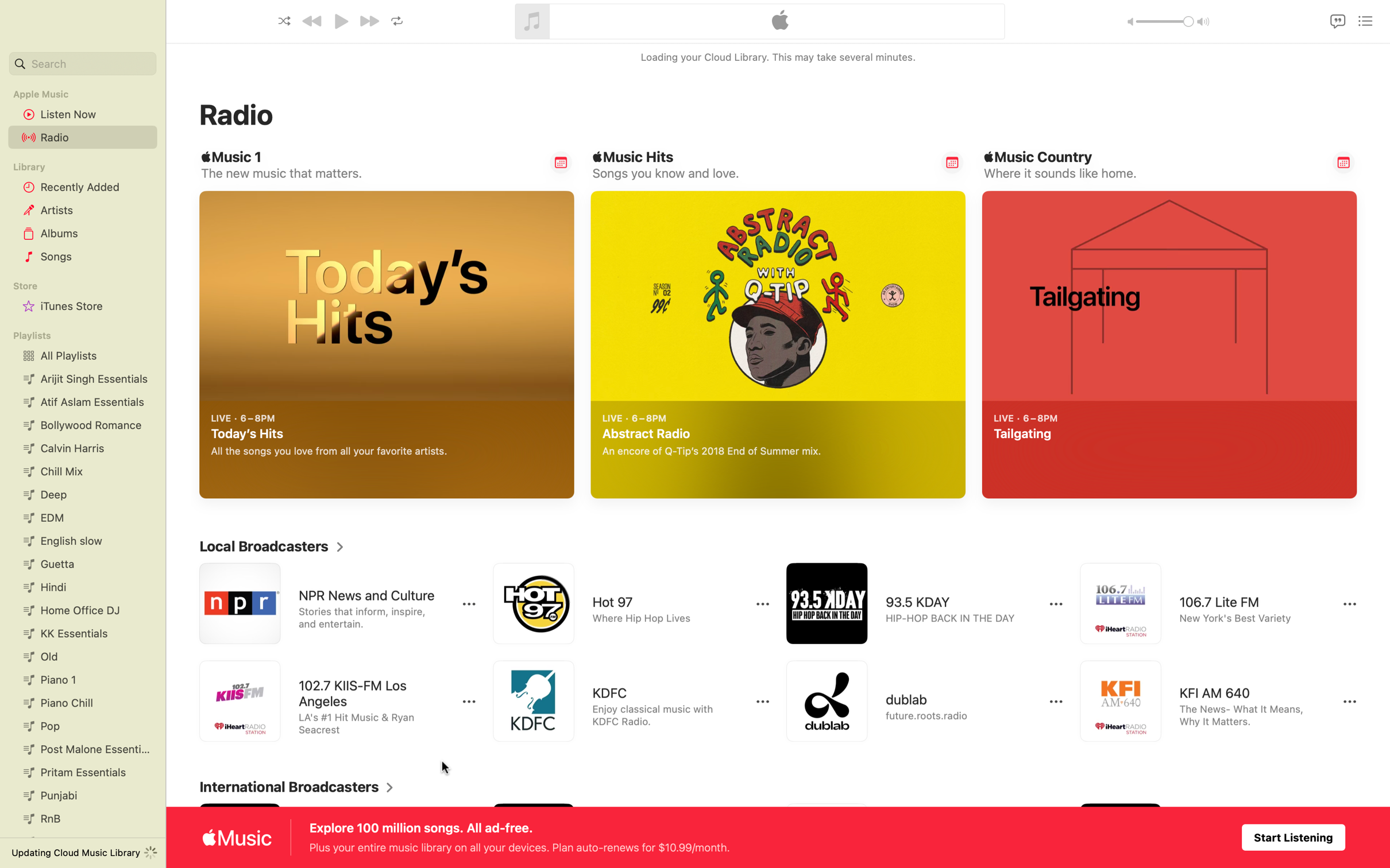 This screenshot has height=868, width=1390. Describe the element at coordinates (271, 546) in the screenshot. I see `Extend the section of local broadcasters` at that location.